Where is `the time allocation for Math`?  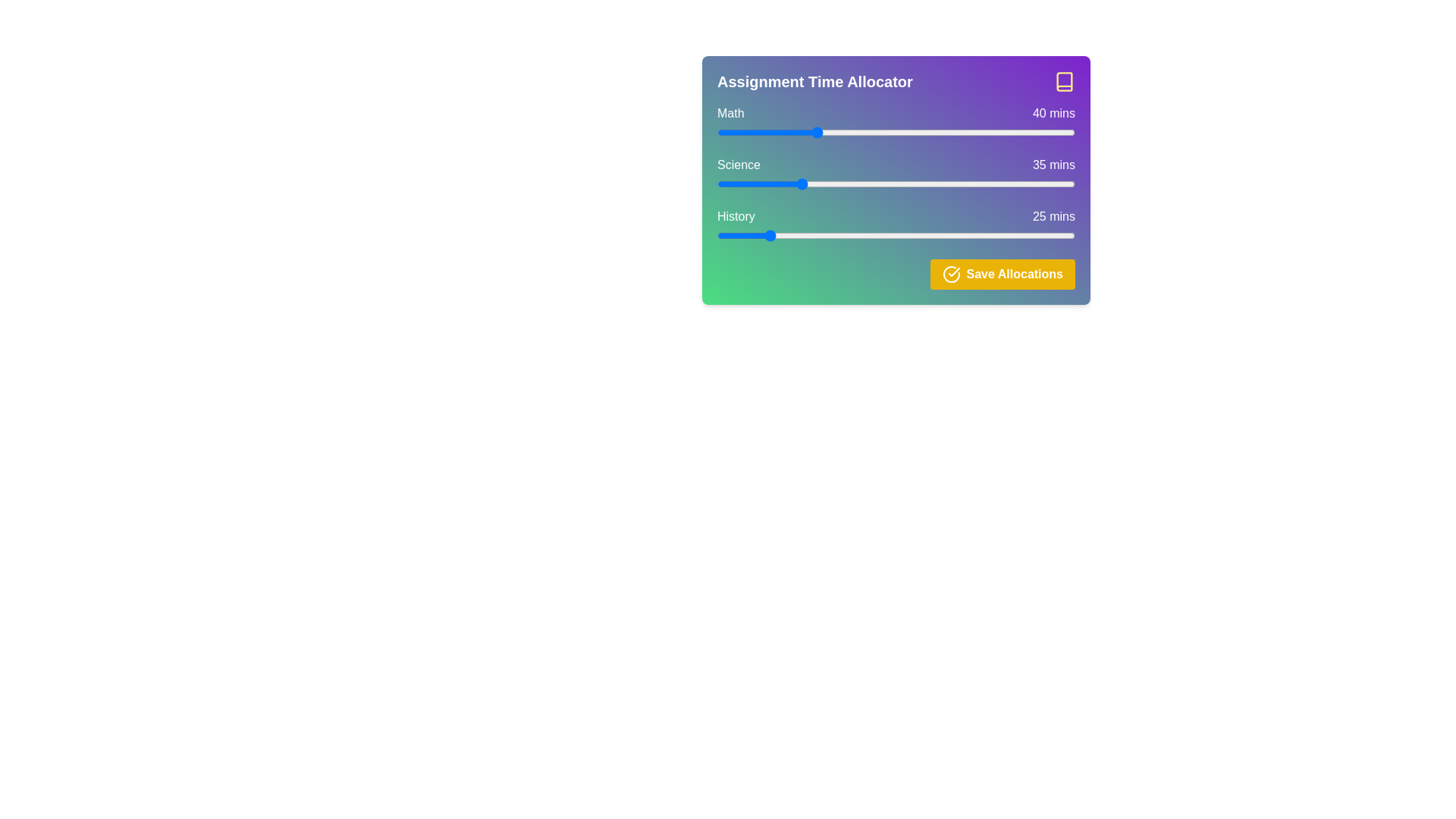 the time allocation for Math is located at coordinates (927, 131).